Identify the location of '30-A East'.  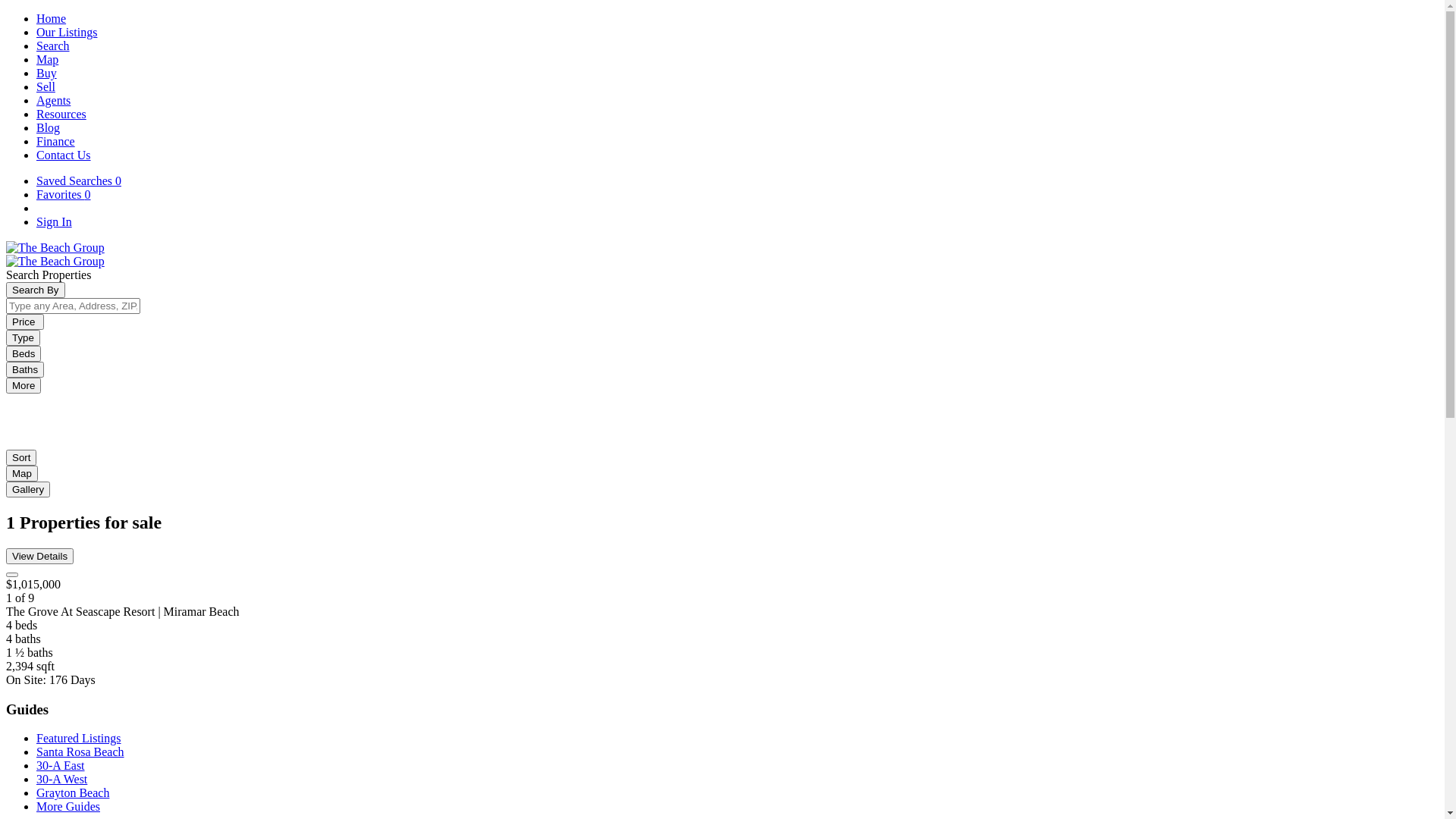
(61, 765).